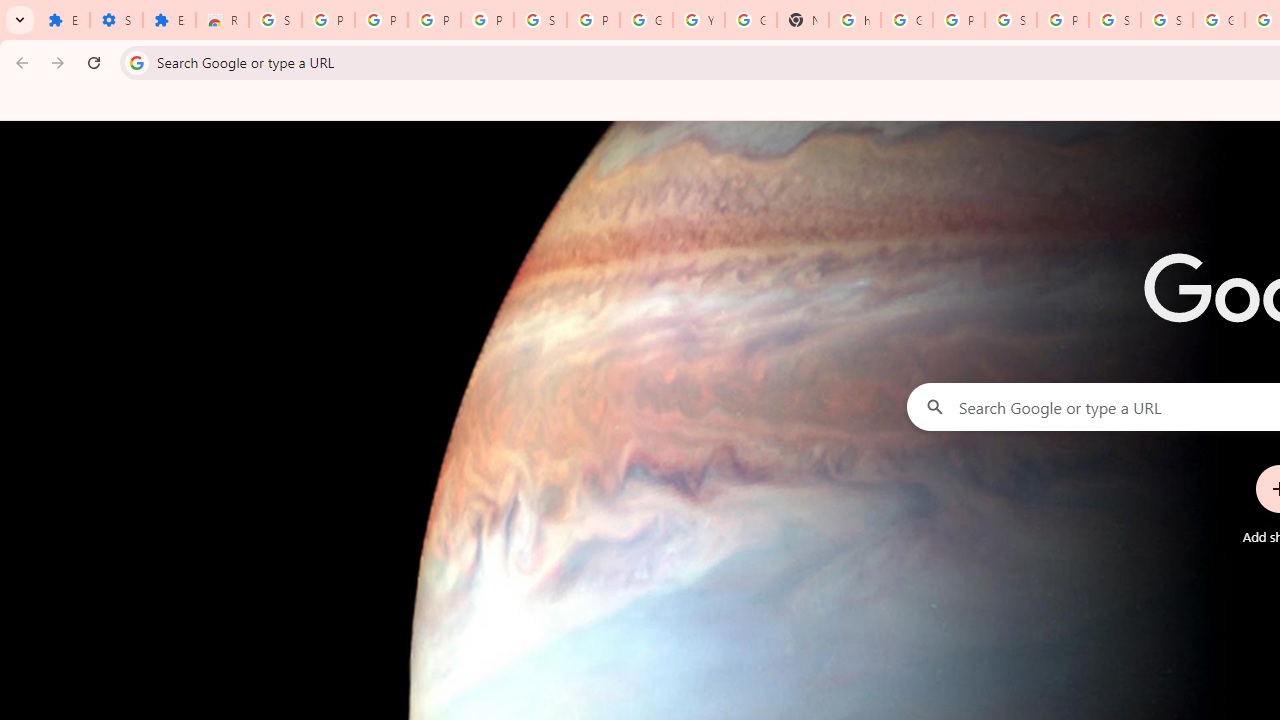 This screenshot has height=720, width=1280. What do you see at coordinates (63, 20) in the screenshot?
I see `'Extensions'` at bounding box center [63, 20].